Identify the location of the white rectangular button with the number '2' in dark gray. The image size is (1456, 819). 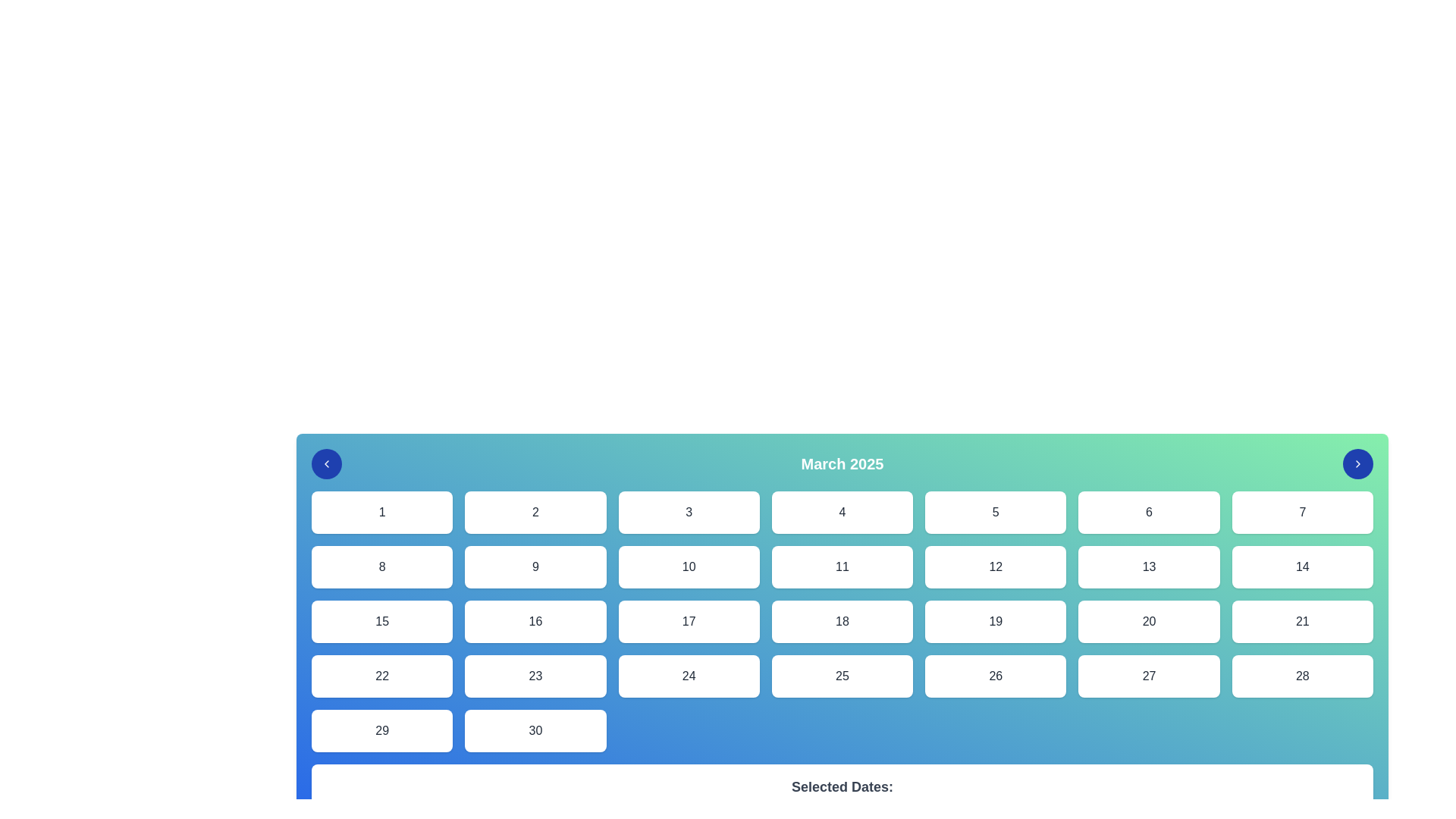
(535, 512).